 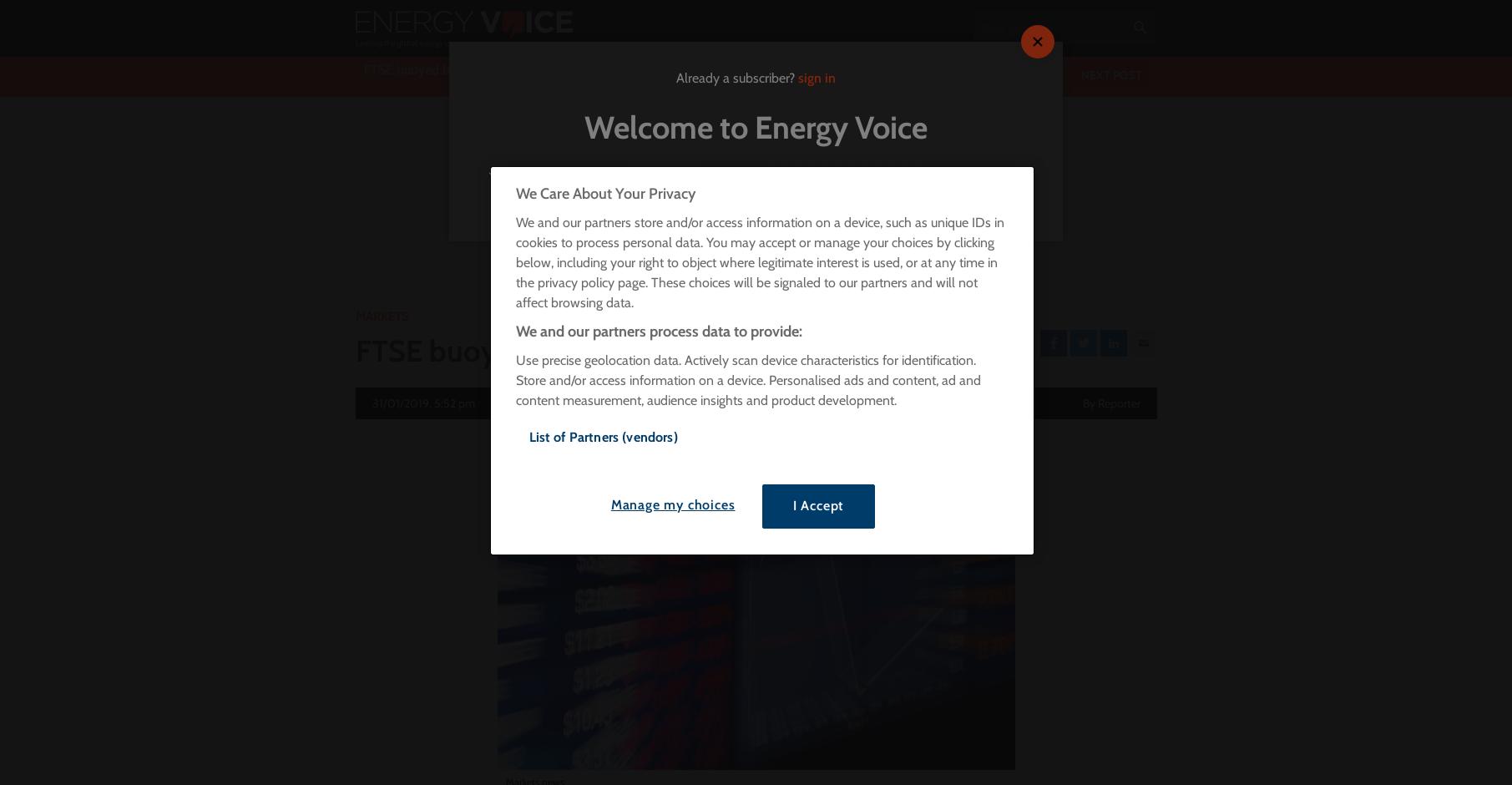 What do you see at coordinates (431, 274) in the screenshot?
I see `'Wind'` at bounding box center [431, 274].